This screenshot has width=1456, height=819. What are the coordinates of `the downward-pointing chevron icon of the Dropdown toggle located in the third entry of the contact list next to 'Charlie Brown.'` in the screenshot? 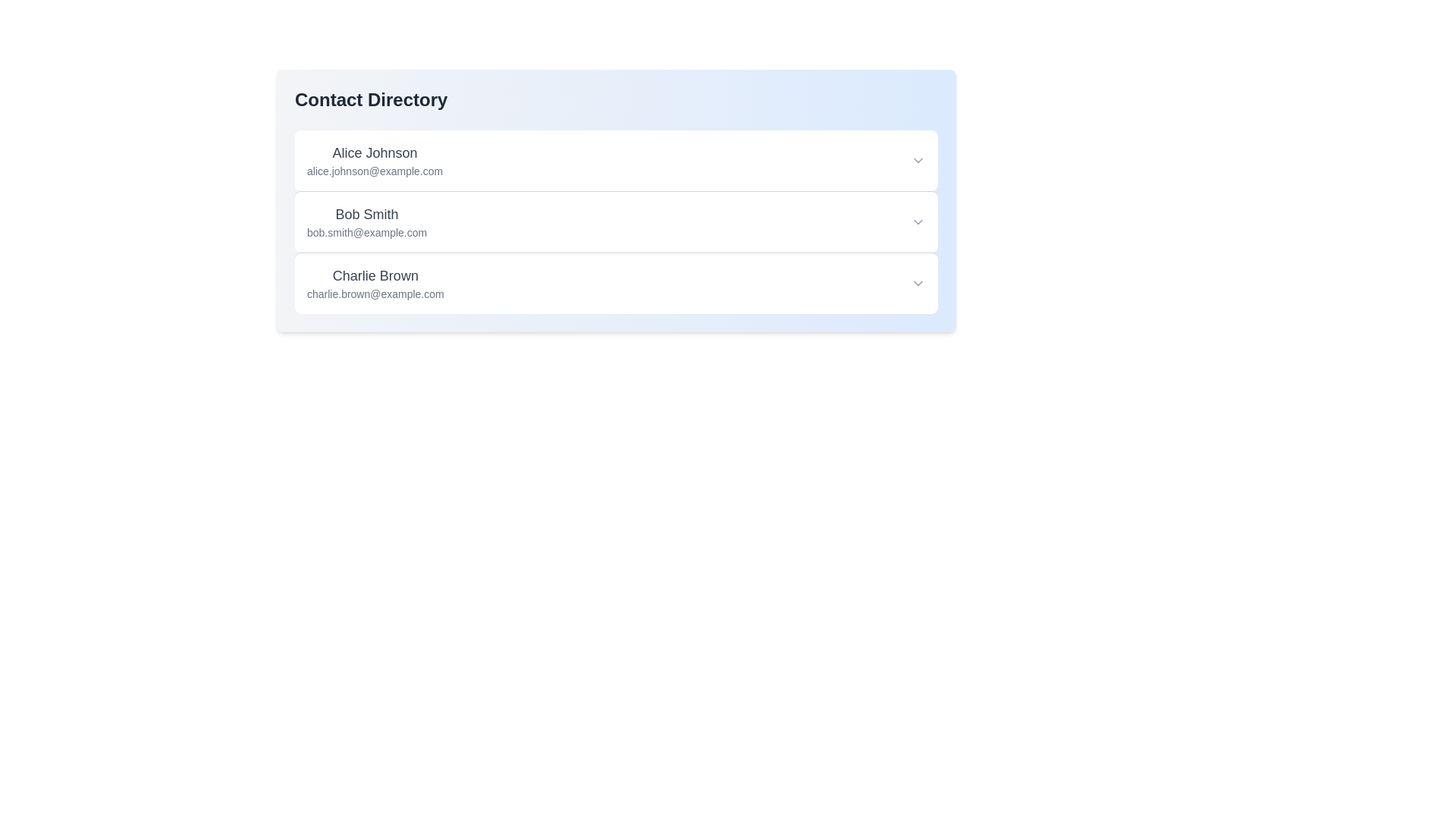 It's located at (917, 284).